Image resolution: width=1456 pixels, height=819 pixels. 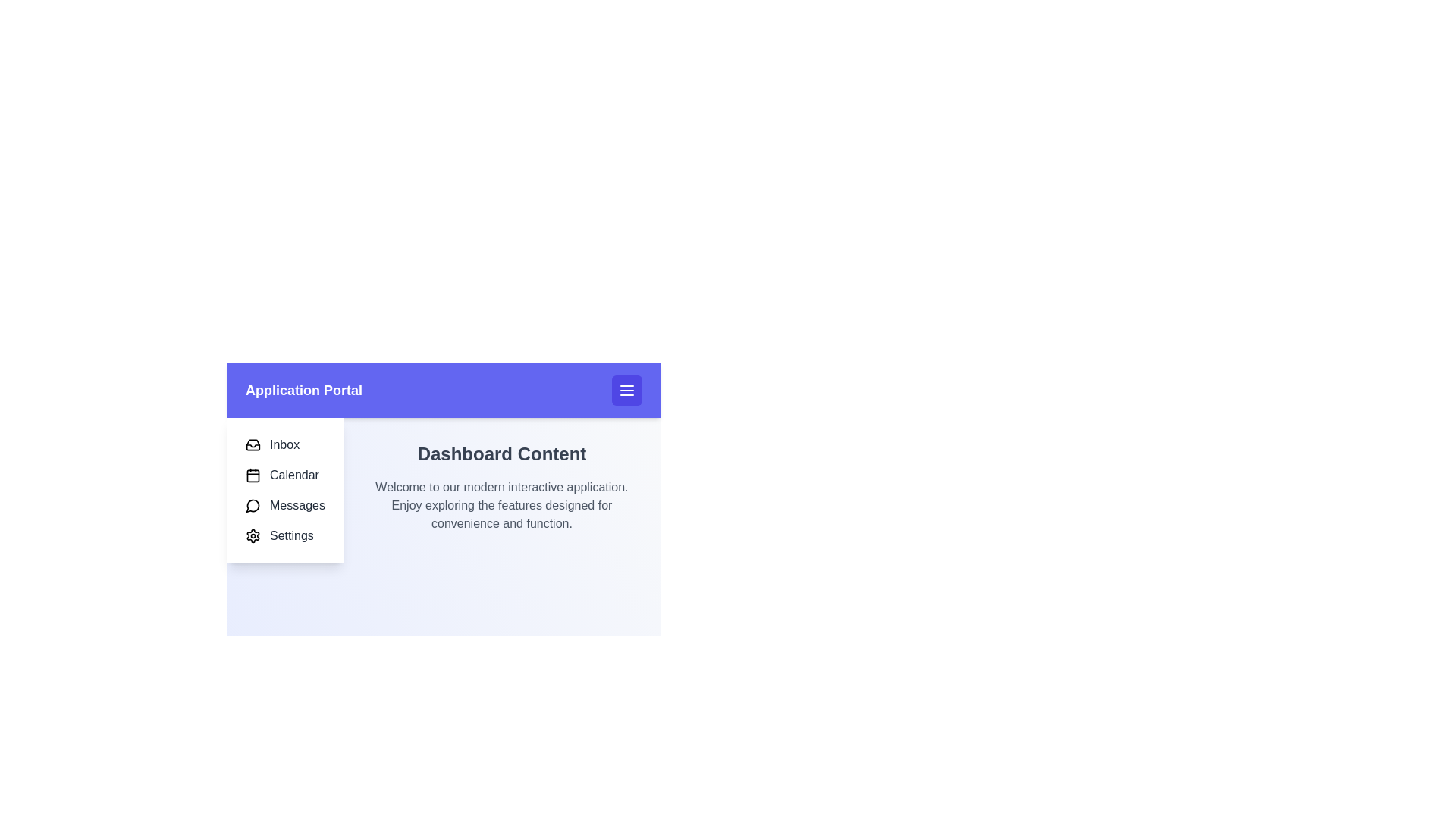 I want to click on the topmost navigation button for the Inbox section in the vertical menu, so click(x=285, y=444).